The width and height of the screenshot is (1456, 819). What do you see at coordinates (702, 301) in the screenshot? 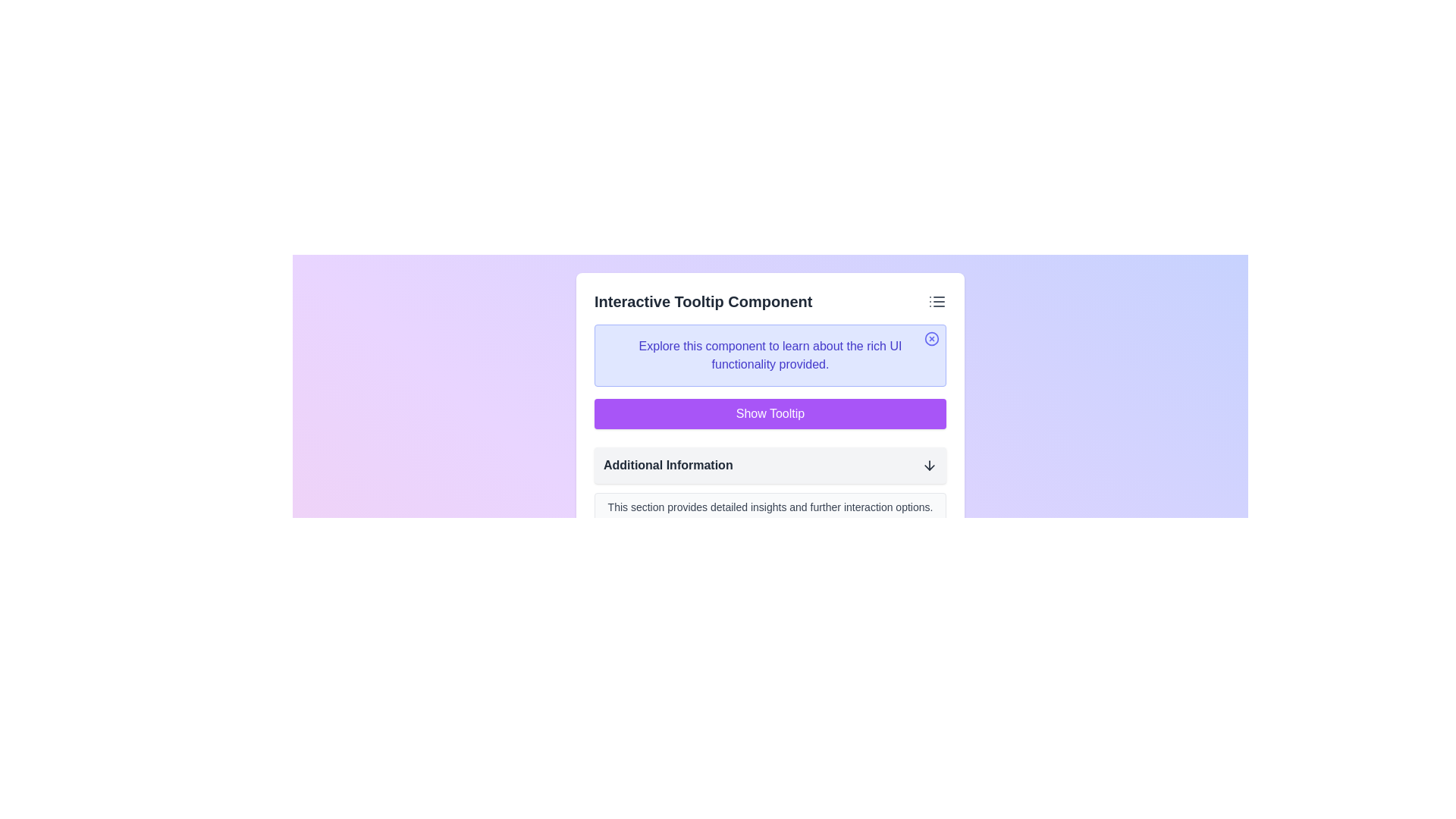
I see `text of the bold, larger-sized text label that says 'Interactive Tooltip Component', located at the top of its section and contrasting with a light-colored background` at bounding box center [702, 301].